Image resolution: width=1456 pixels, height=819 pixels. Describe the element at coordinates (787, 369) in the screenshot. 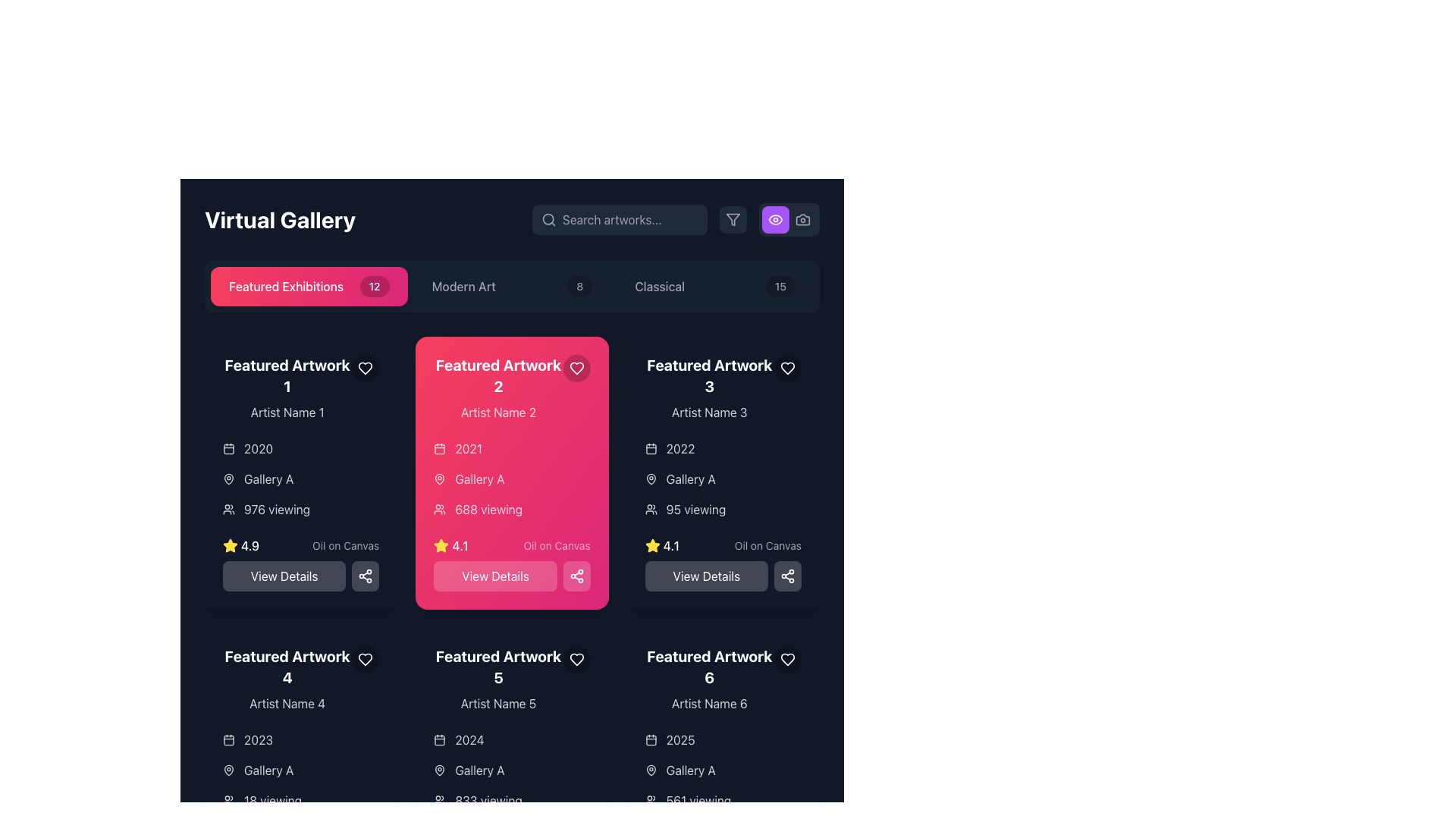

I see `the heart-shaped icon button located at the top-right corner of the 'Featured Artwork 2' card to mark it as a favorite` at that location.